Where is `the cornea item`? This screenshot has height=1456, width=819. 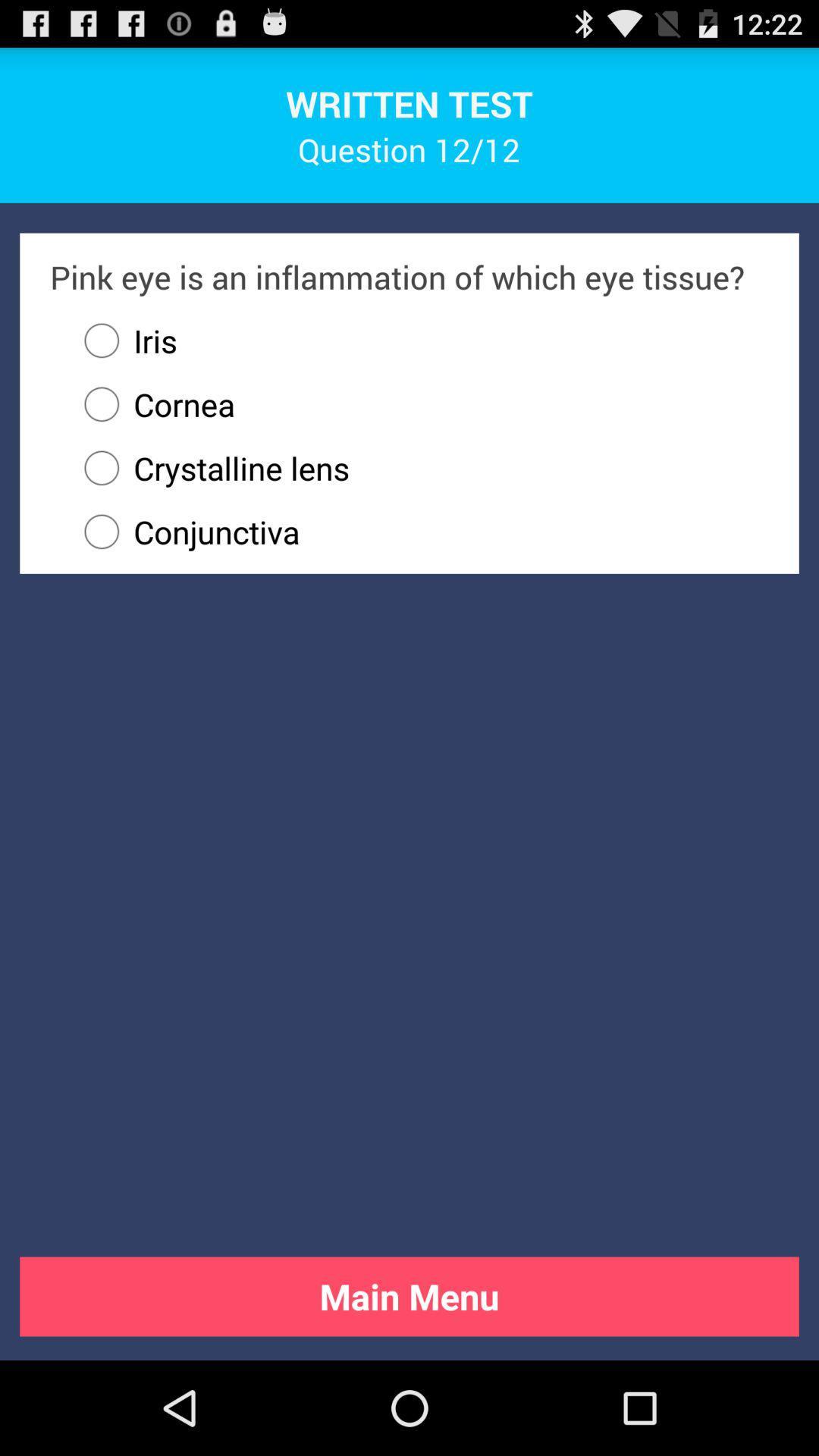 the cornea item is located at coordinates (152, 404).